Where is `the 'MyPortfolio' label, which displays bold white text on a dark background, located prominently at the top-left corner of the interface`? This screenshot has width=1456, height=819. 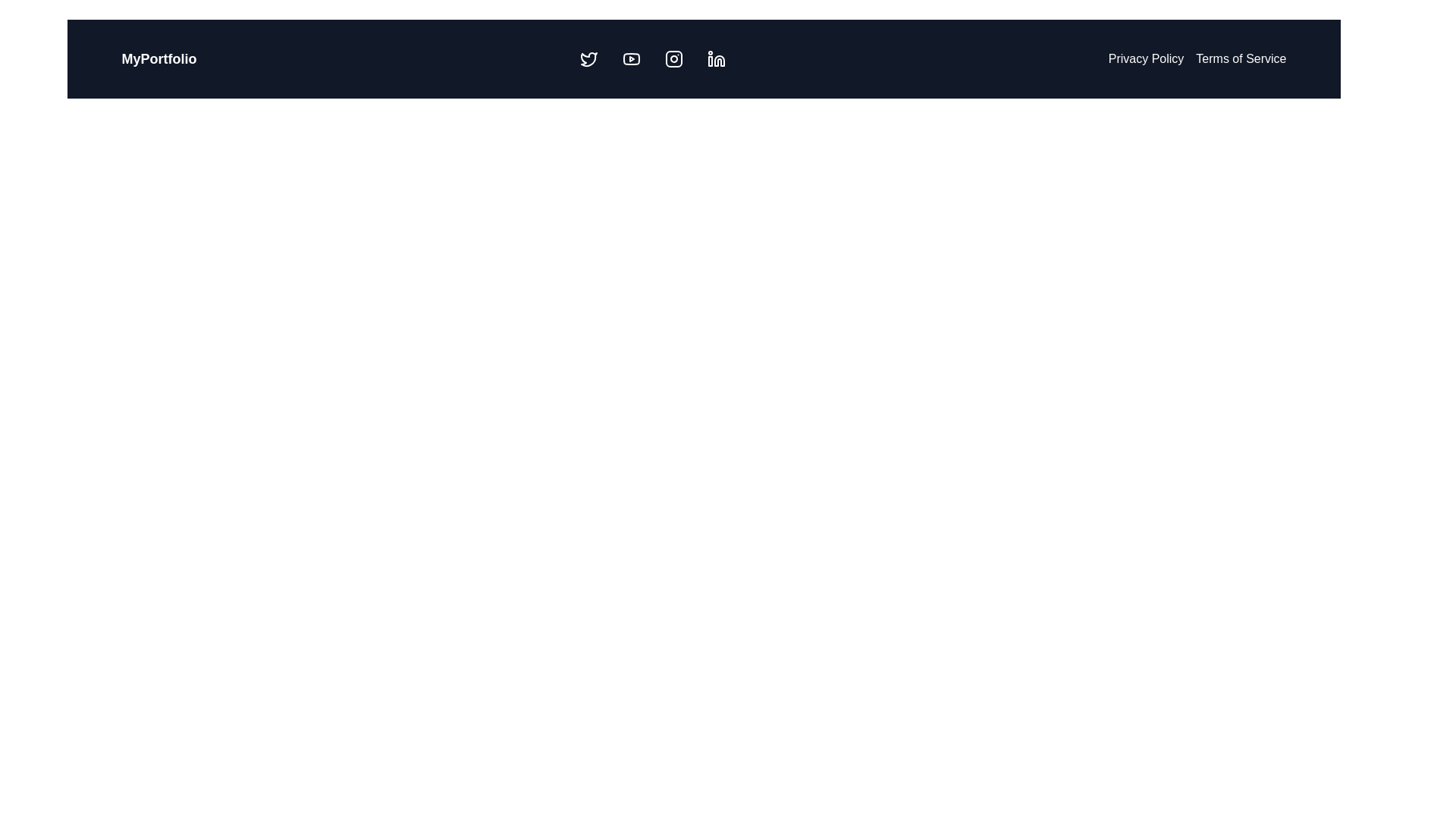
the 'MyPortfolio' label, which displays bold white text on a dark background, located prominently at the top-left corner of the interface is located at coordinates (159, 58).